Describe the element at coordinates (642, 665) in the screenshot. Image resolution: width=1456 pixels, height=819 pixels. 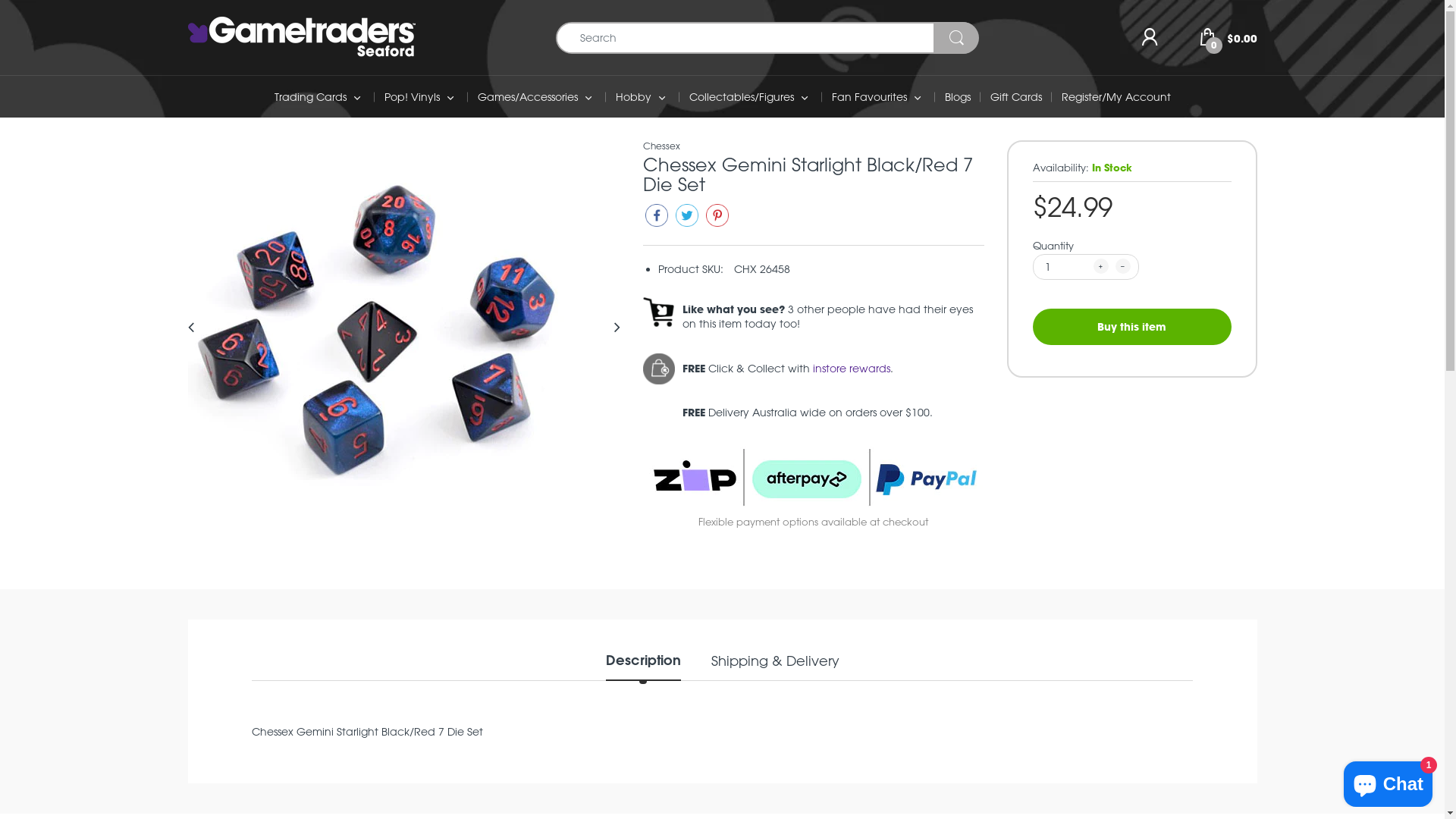
I see `'Description'` at that location.